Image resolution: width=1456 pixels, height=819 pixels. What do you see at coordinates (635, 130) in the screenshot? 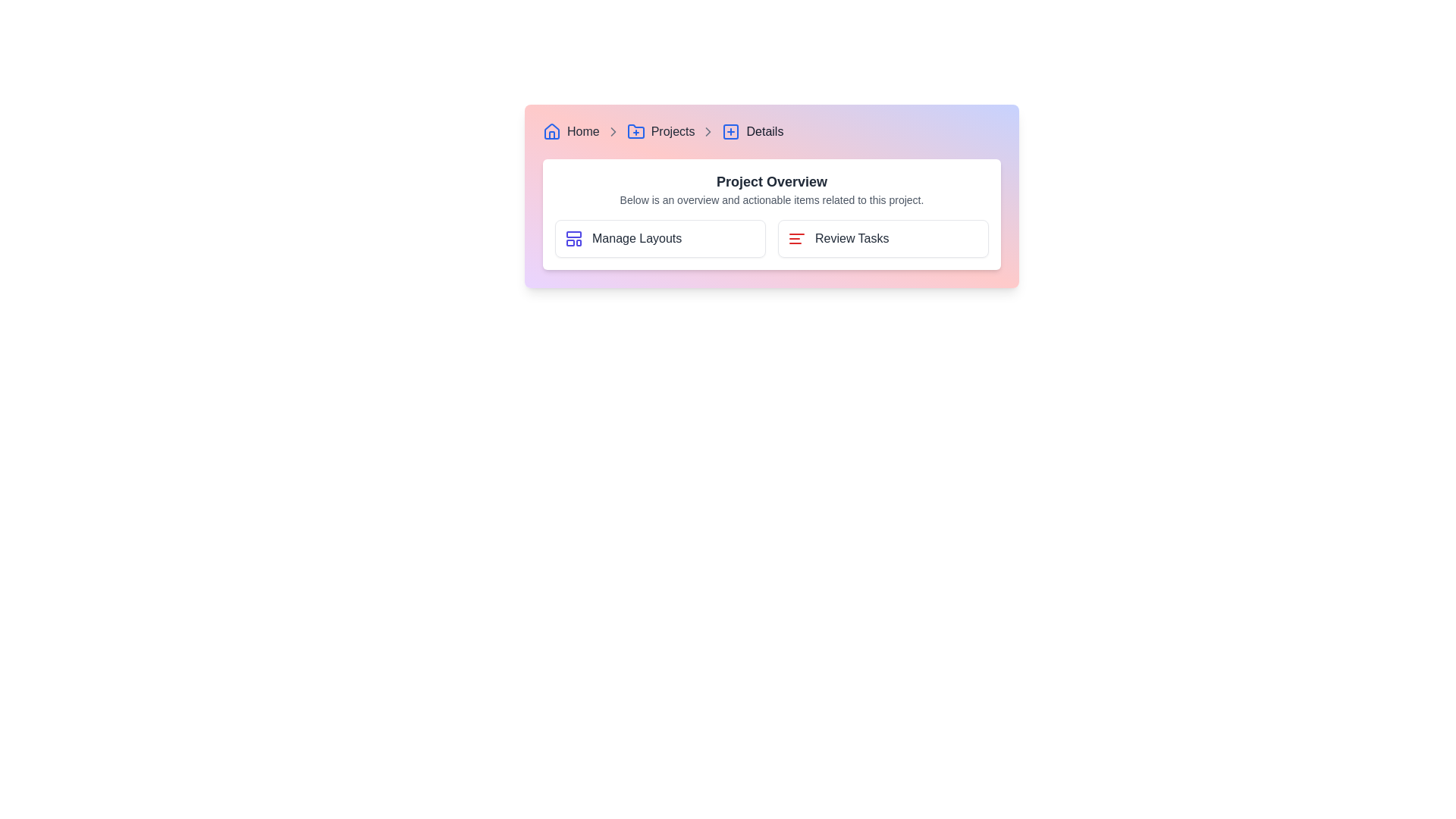
I see `the folder-shaped icon with a blue border and a plus symbol, located in the breadcrumb navigation bar between 'Projects' and 'Details'` at bounding box center [635, 130].